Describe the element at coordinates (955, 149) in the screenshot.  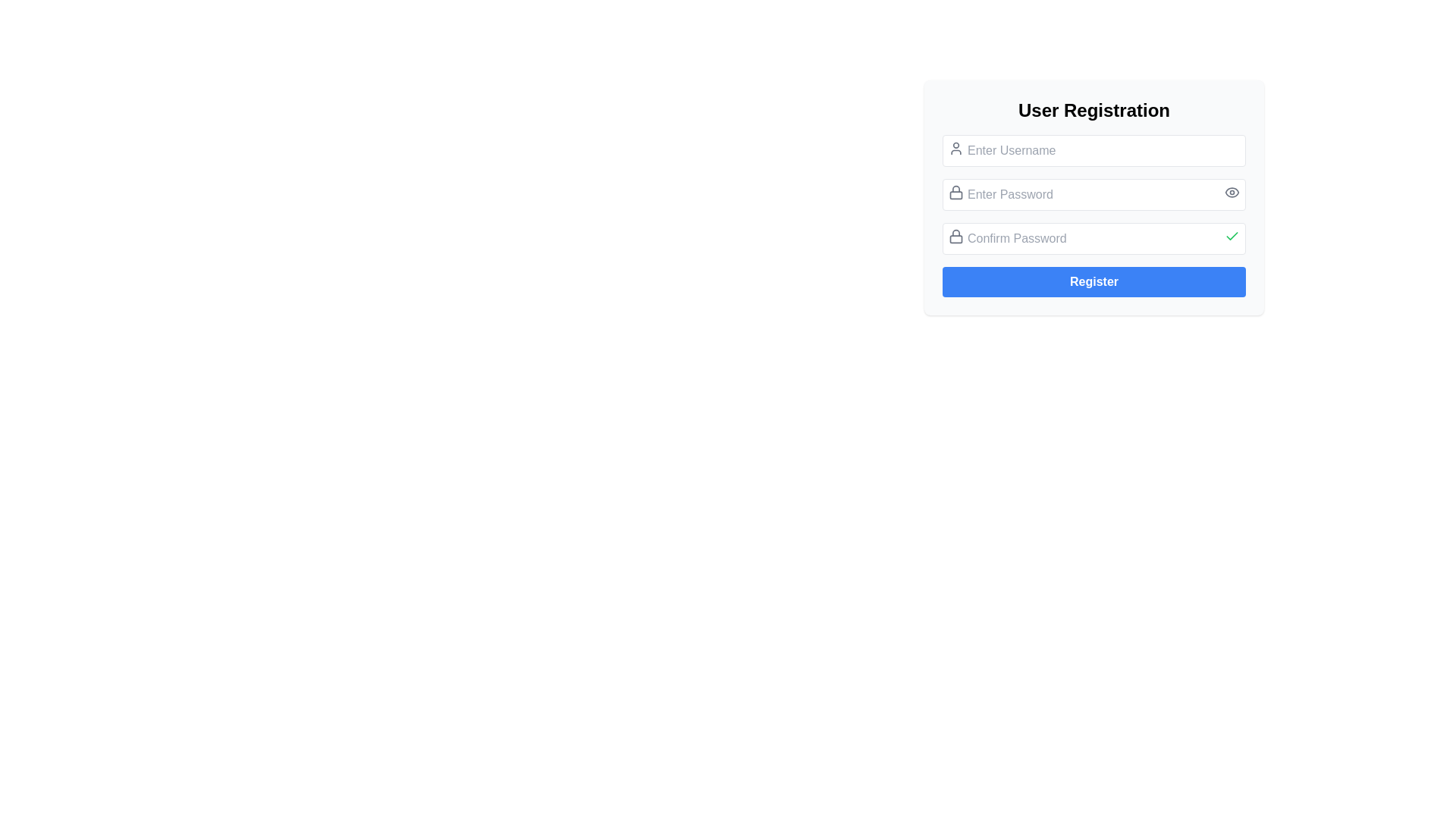
I see `the username input field icon located to the left of the username text field in the user registration form` at that location.